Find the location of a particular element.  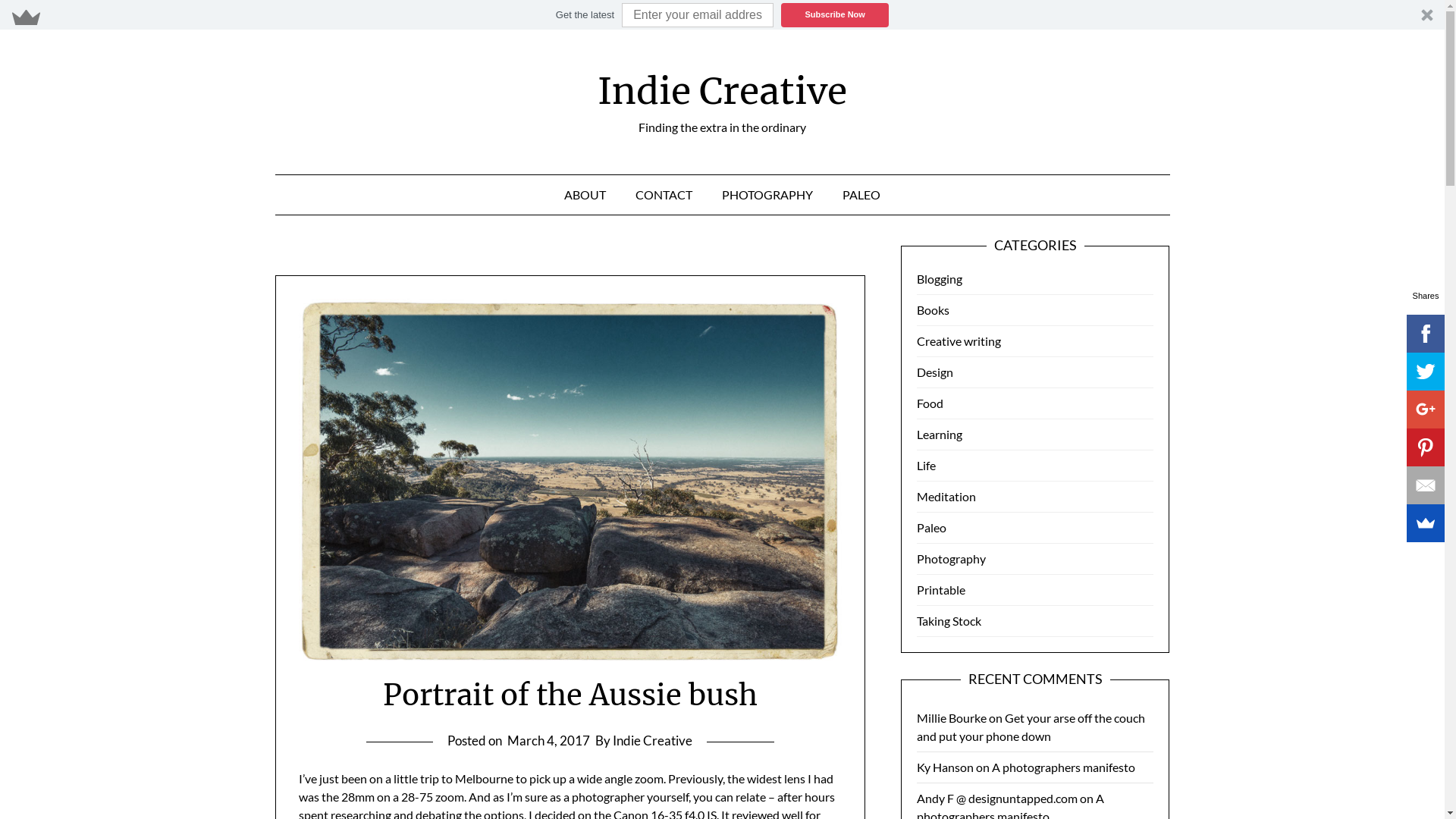

'Google+' is located at coordinates (1425, 409).